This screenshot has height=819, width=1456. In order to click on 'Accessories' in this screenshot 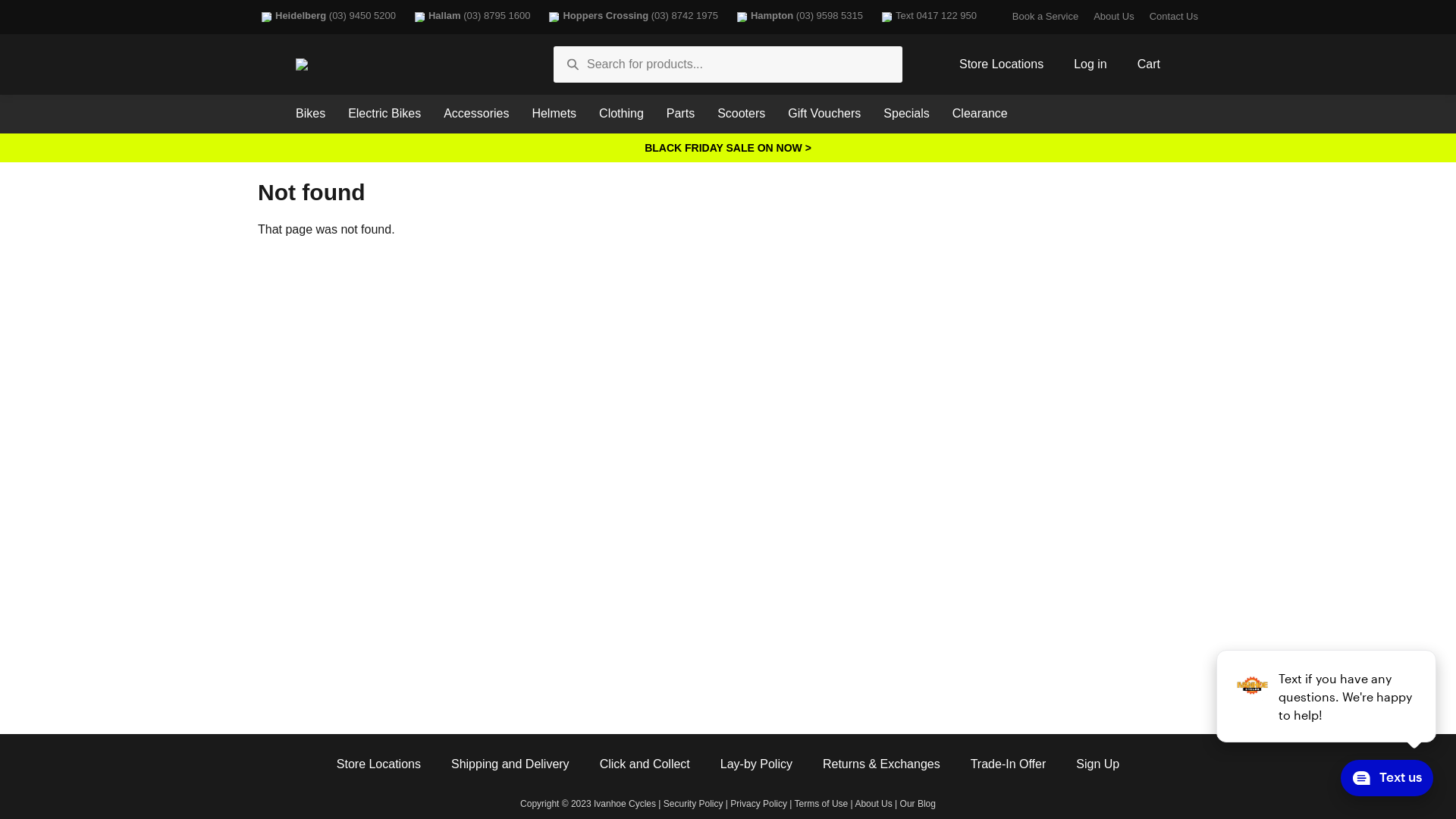, I will do `click(475, 113)`.